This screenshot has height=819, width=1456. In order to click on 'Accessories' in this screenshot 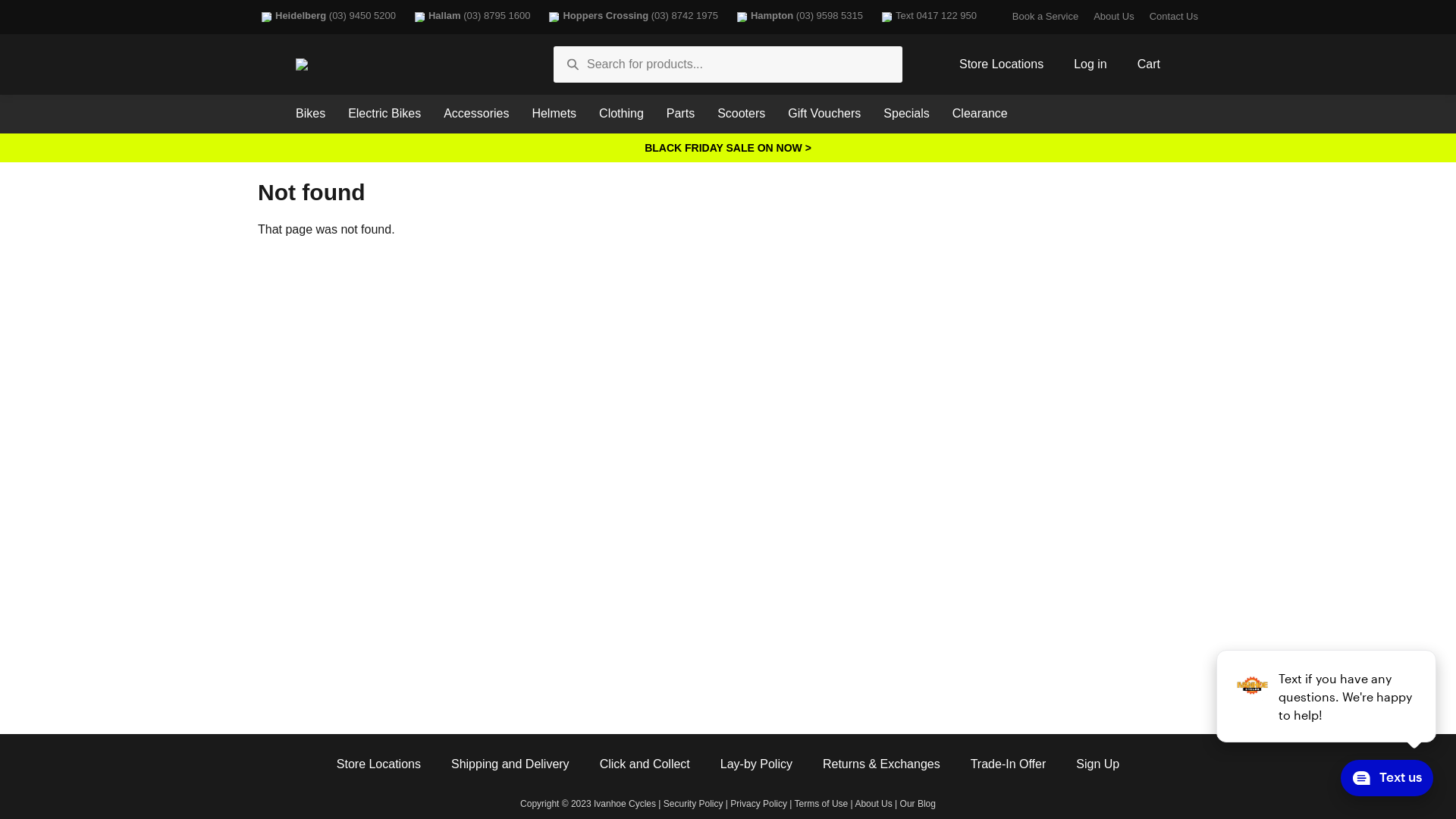, I will do `click(475, 113)`.